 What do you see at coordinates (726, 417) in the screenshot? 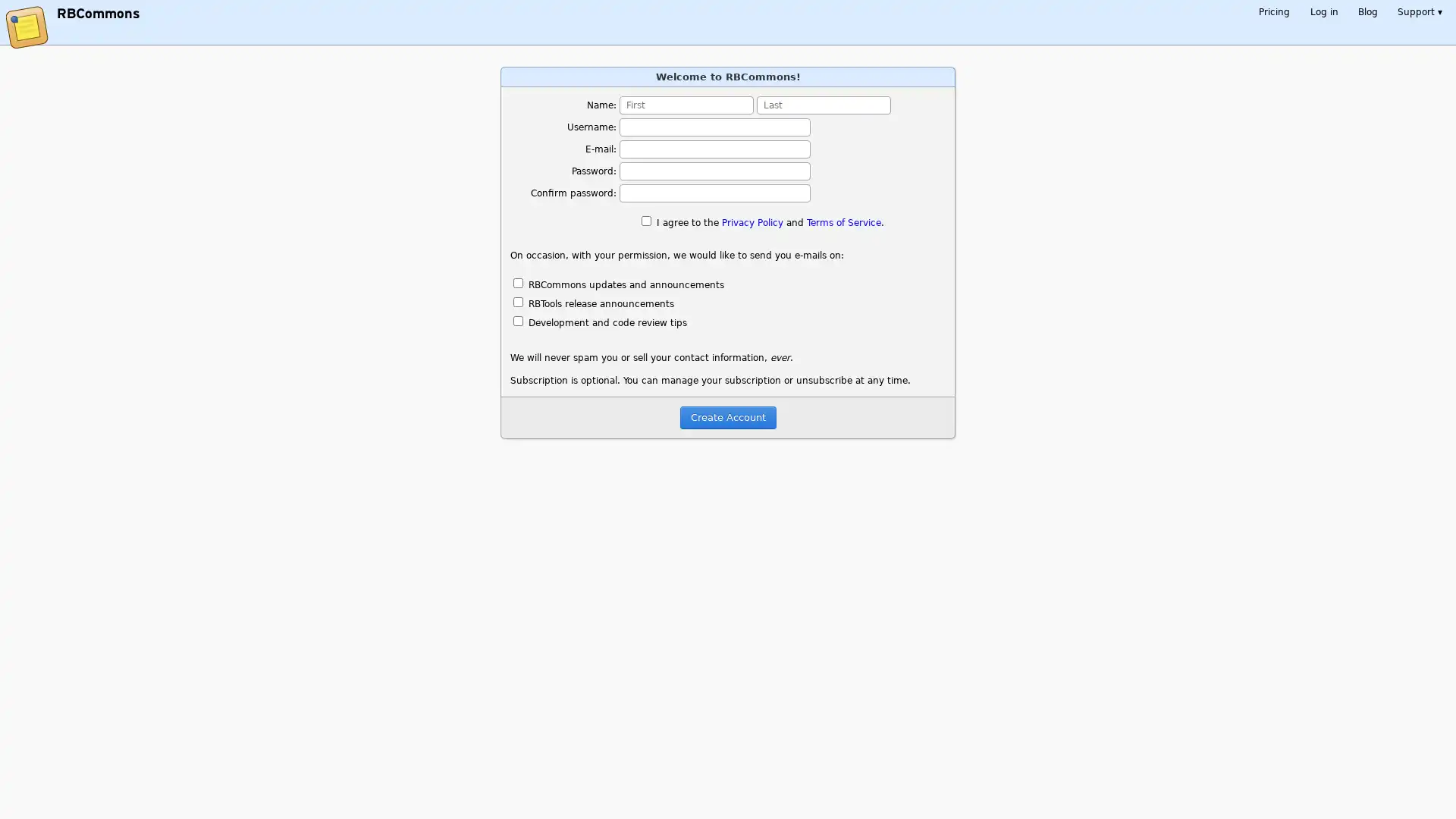
I see `Create Account` at bounding box center [726, 417].